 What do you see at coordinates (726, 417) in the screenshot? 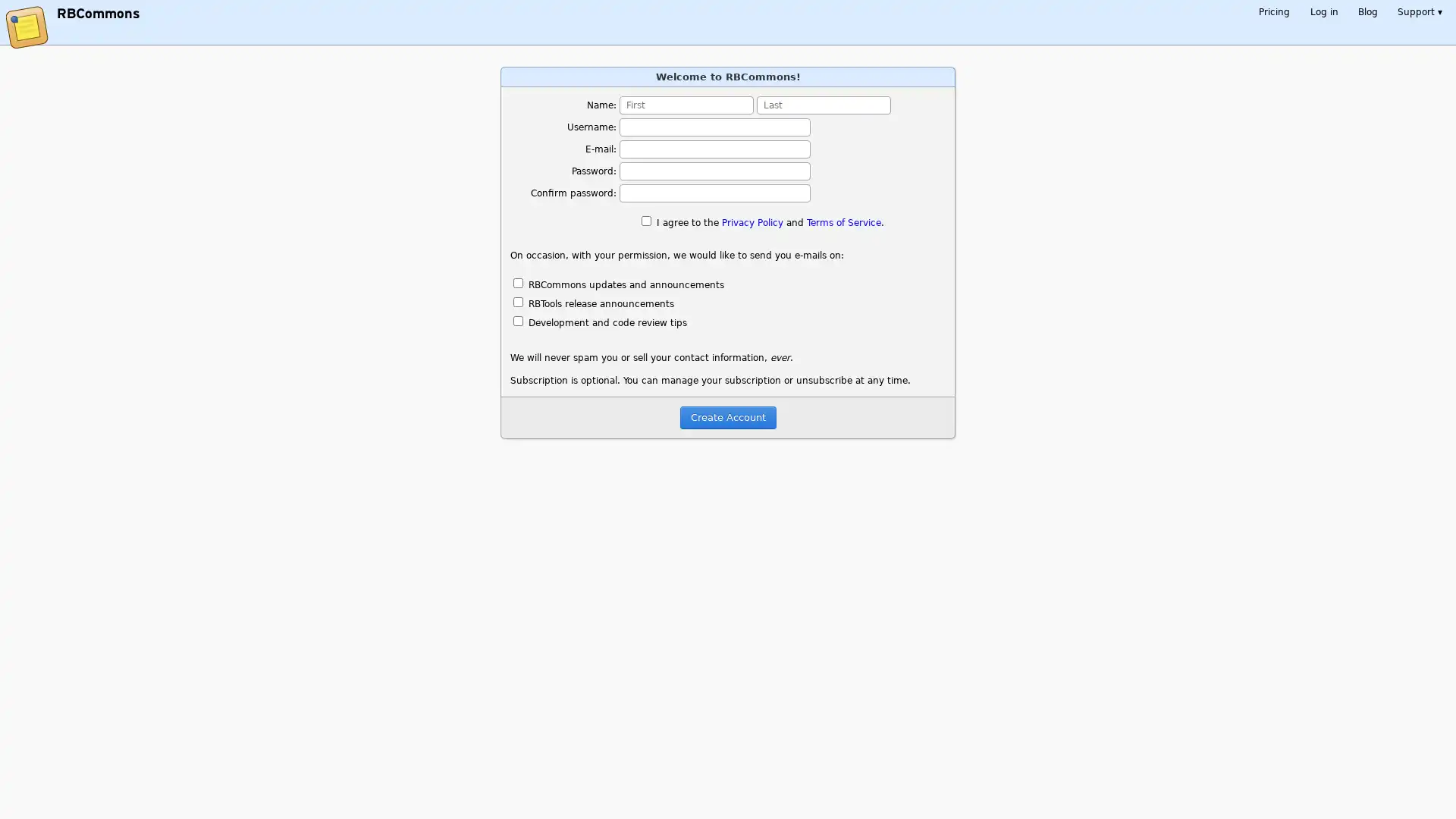
I see `Create Account` at bounding box center [726, 417].